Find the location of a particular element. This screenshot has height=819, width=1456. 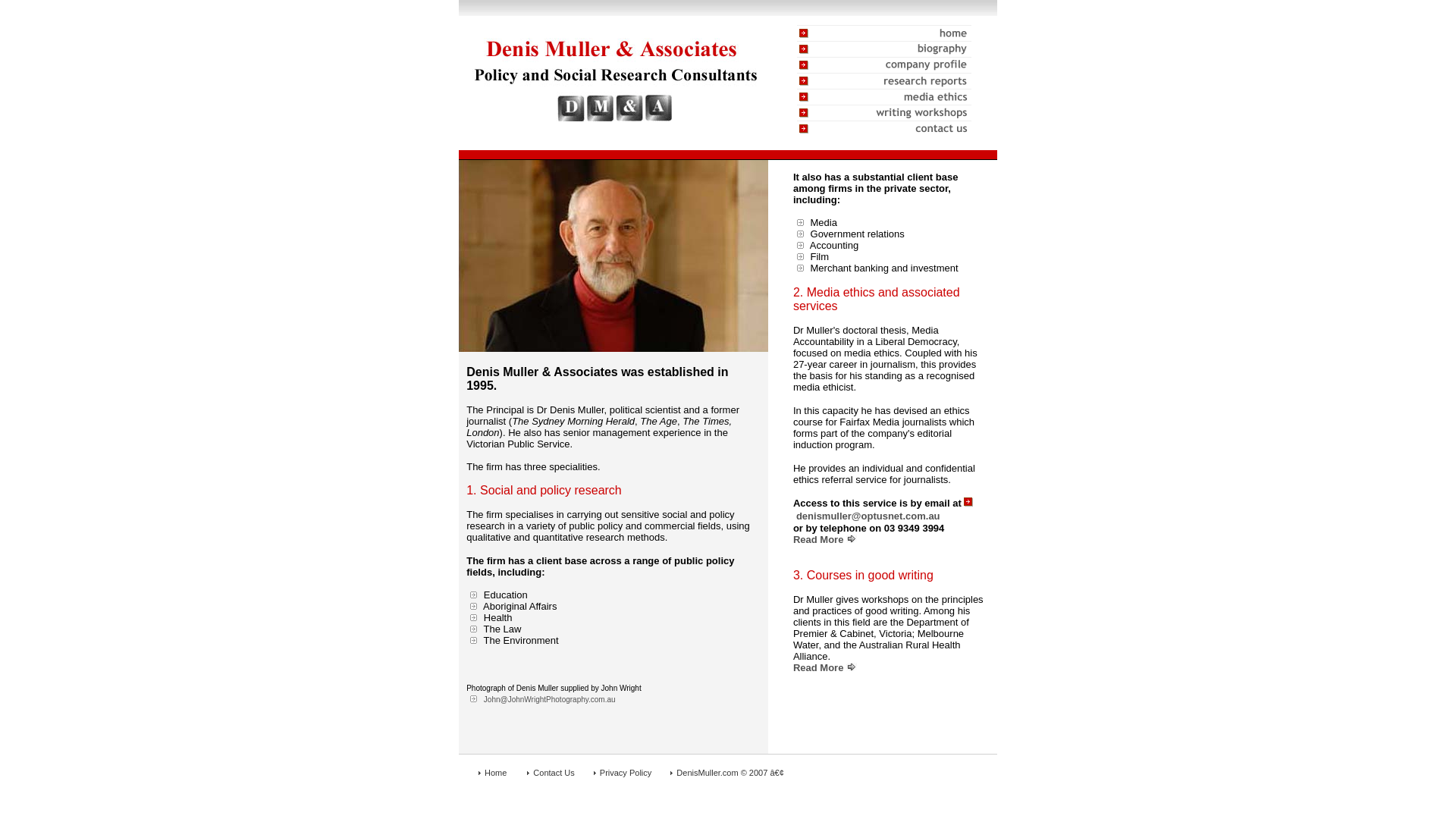

'denismuller@optusnet.com.au' is located at coordinates (868, 516).